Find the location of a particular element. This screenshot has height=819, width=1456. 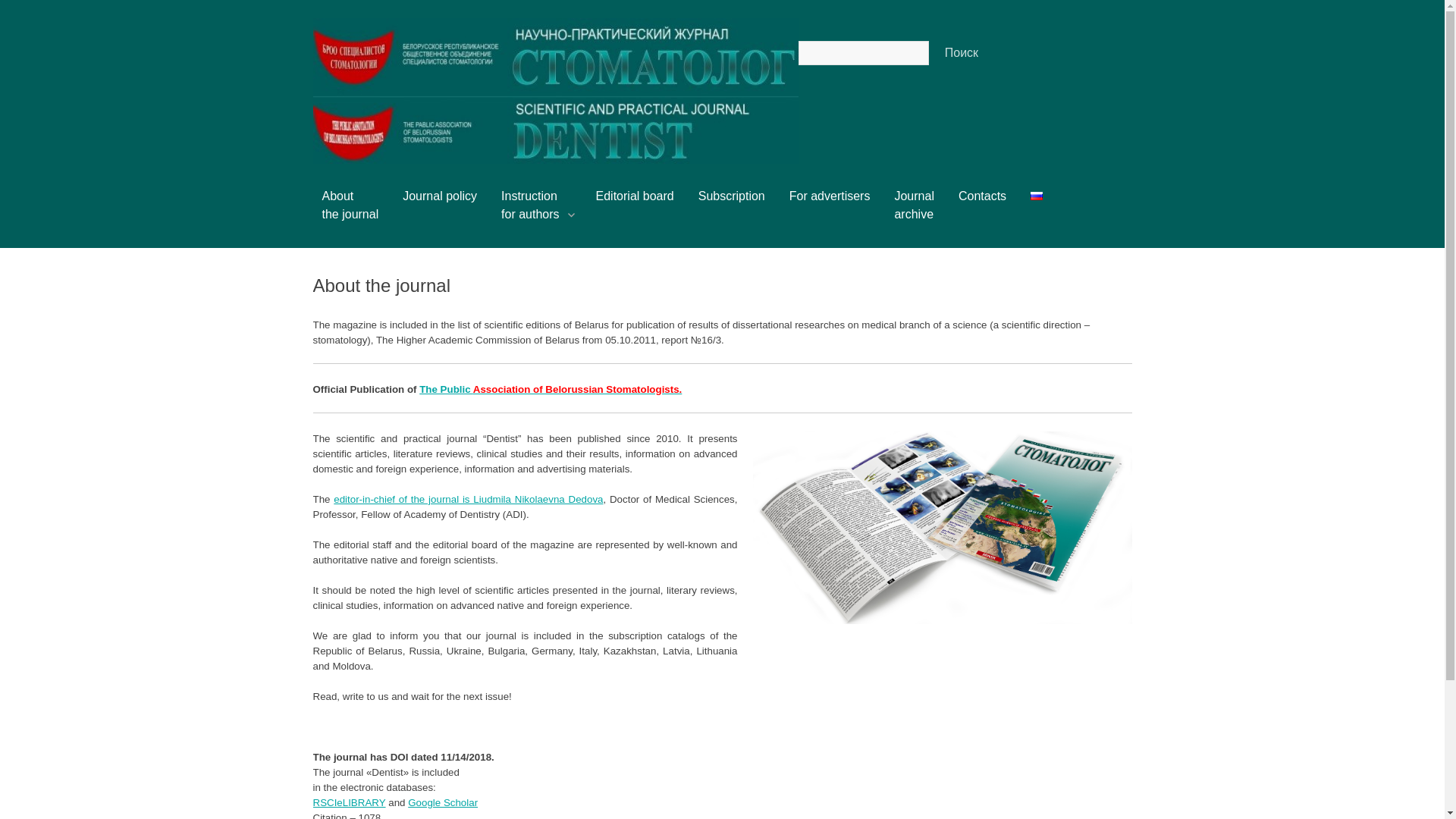

'The Public Association of Belorussian Stomatologists.' is located at coordinates (549, 388).